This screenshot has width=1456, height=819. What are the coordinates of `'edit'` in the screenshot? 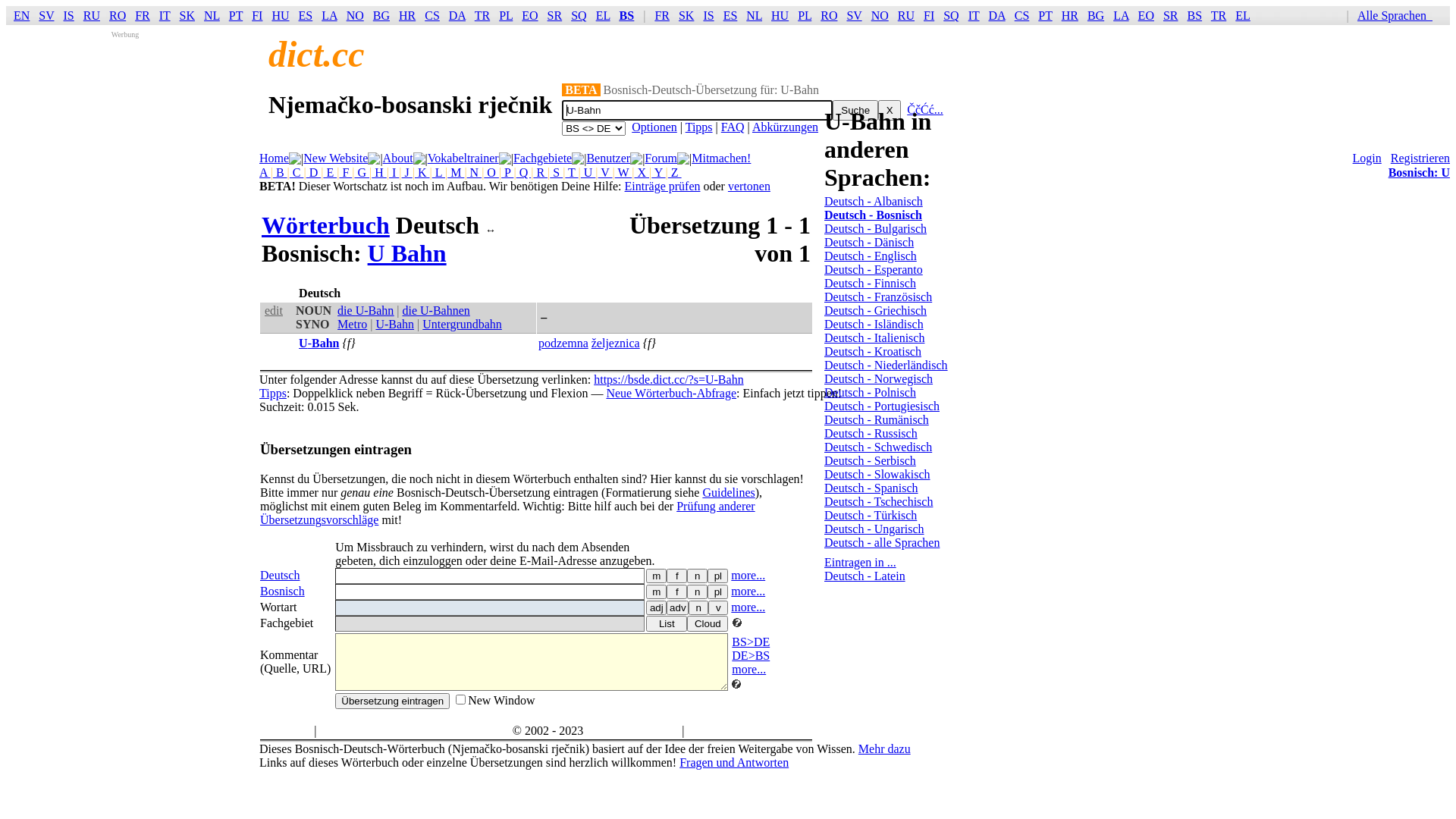 It's located at (273, 309).